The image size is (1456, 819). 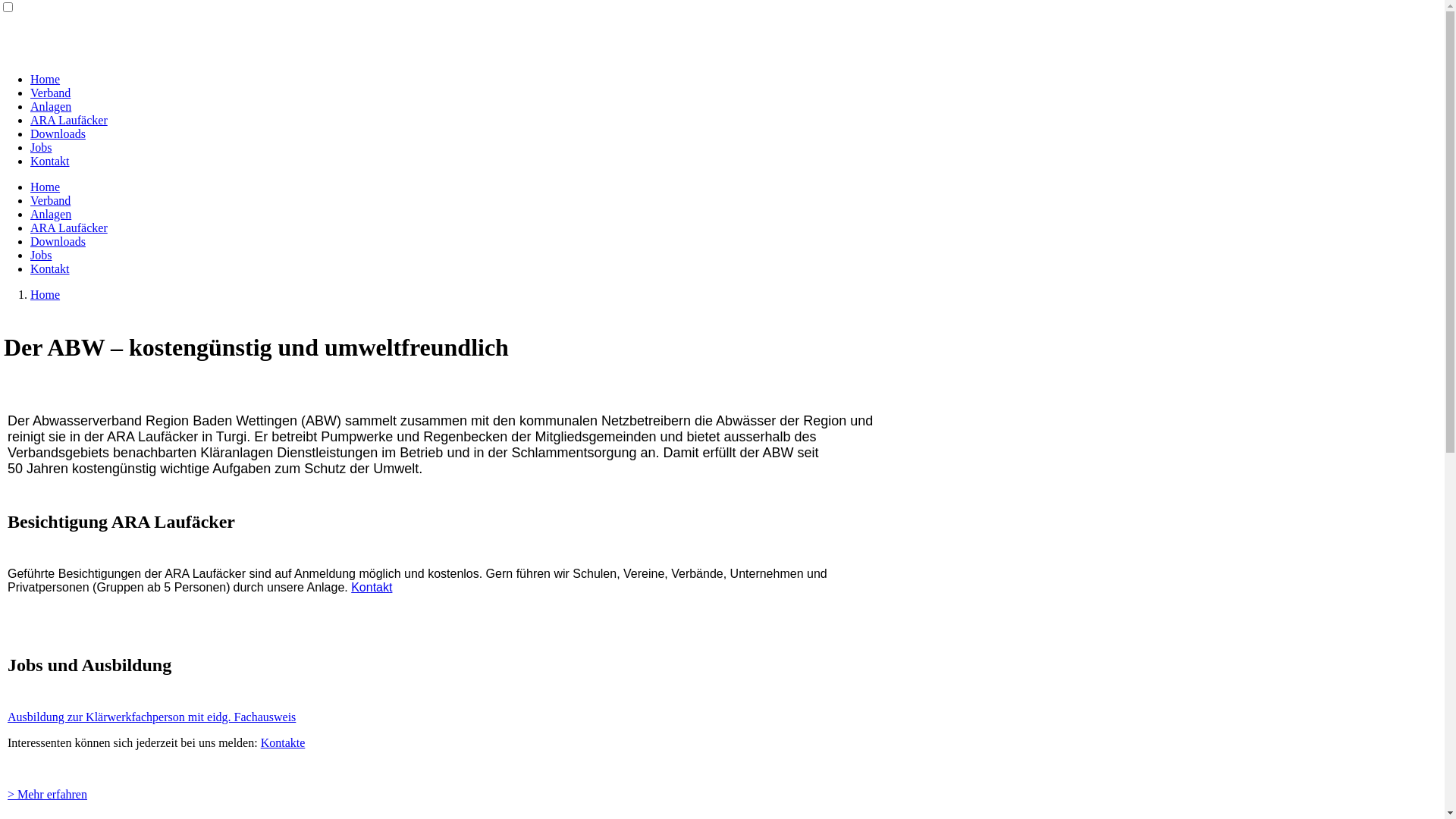 I want to click on 'Verband', so click(x=50, y=93).